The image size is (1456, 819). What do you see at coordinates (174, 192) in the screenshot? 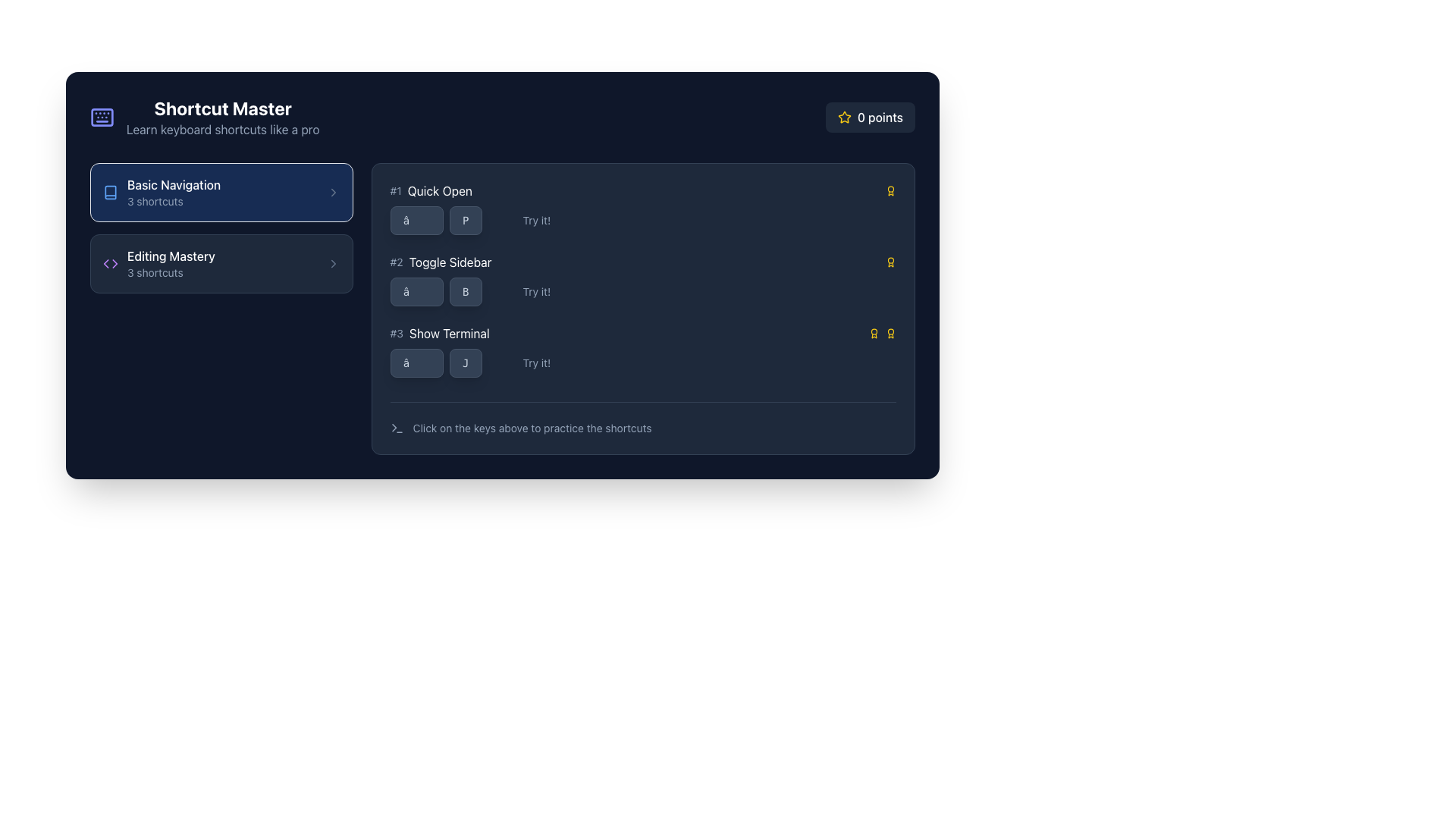
I see `information from the Text element that describes 'Basic Navigation' and the number of shortcuts available, located in the top half of a blue card on the left side of the layout` at bounding box center [174, 192].